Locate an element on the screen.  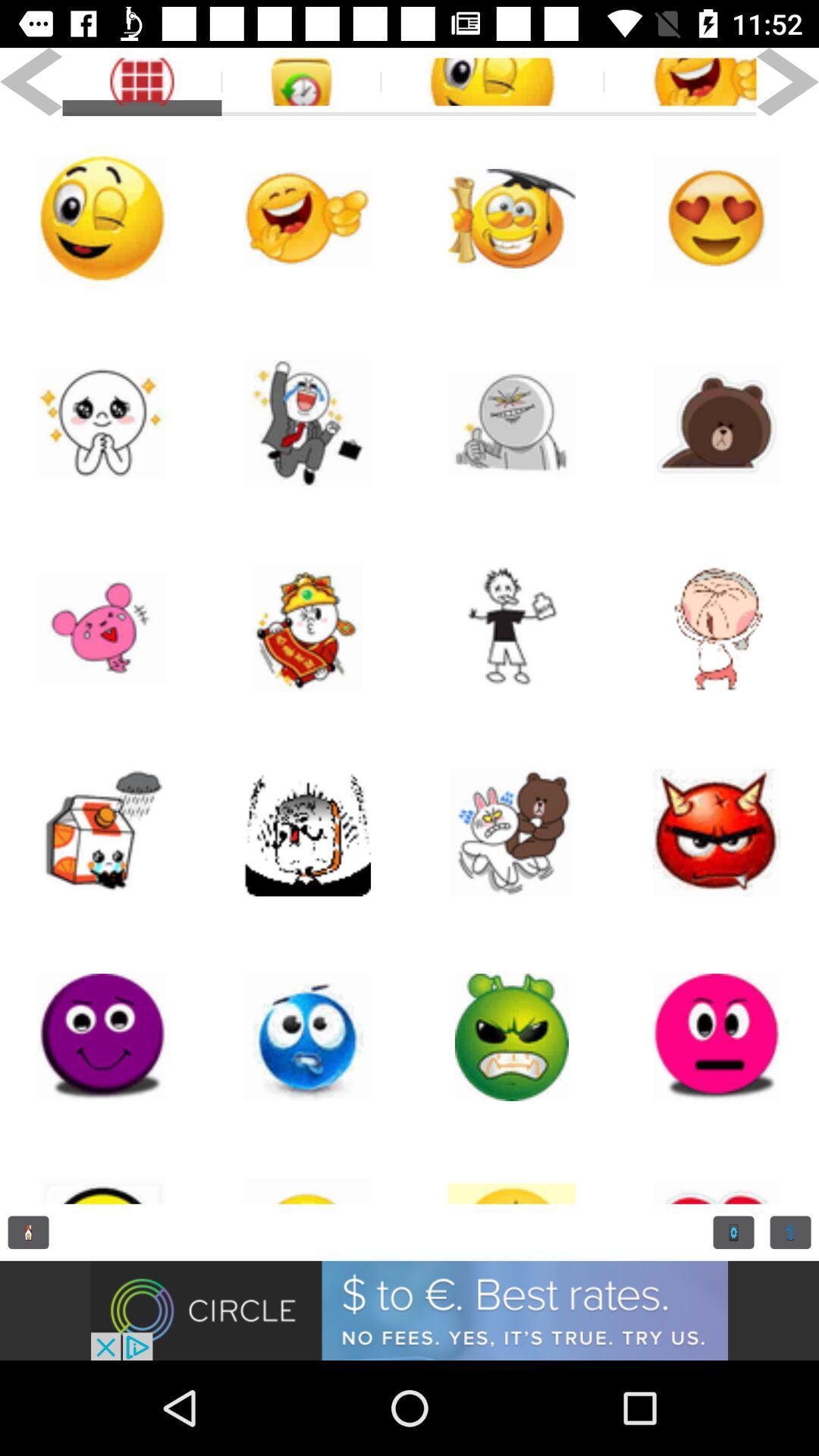
an emoji is located at coordinates (717, 832).